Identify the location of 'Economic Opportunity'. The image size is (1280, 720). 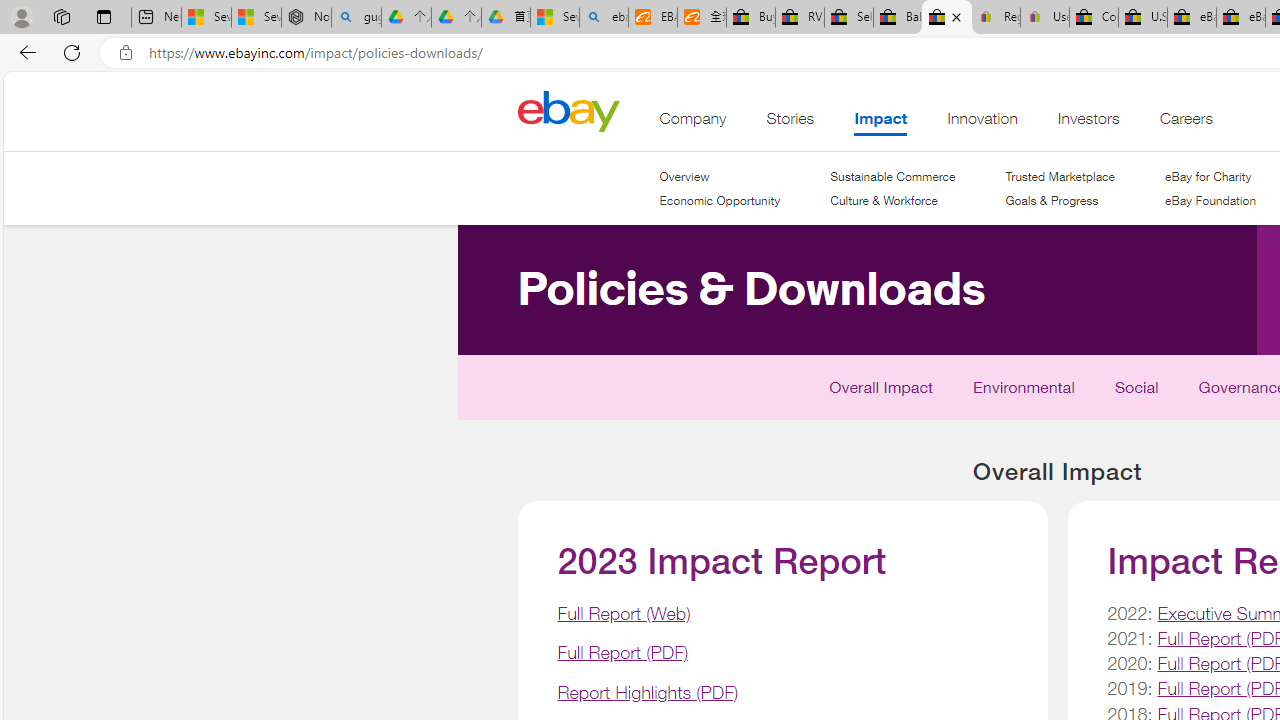
(720, 201).